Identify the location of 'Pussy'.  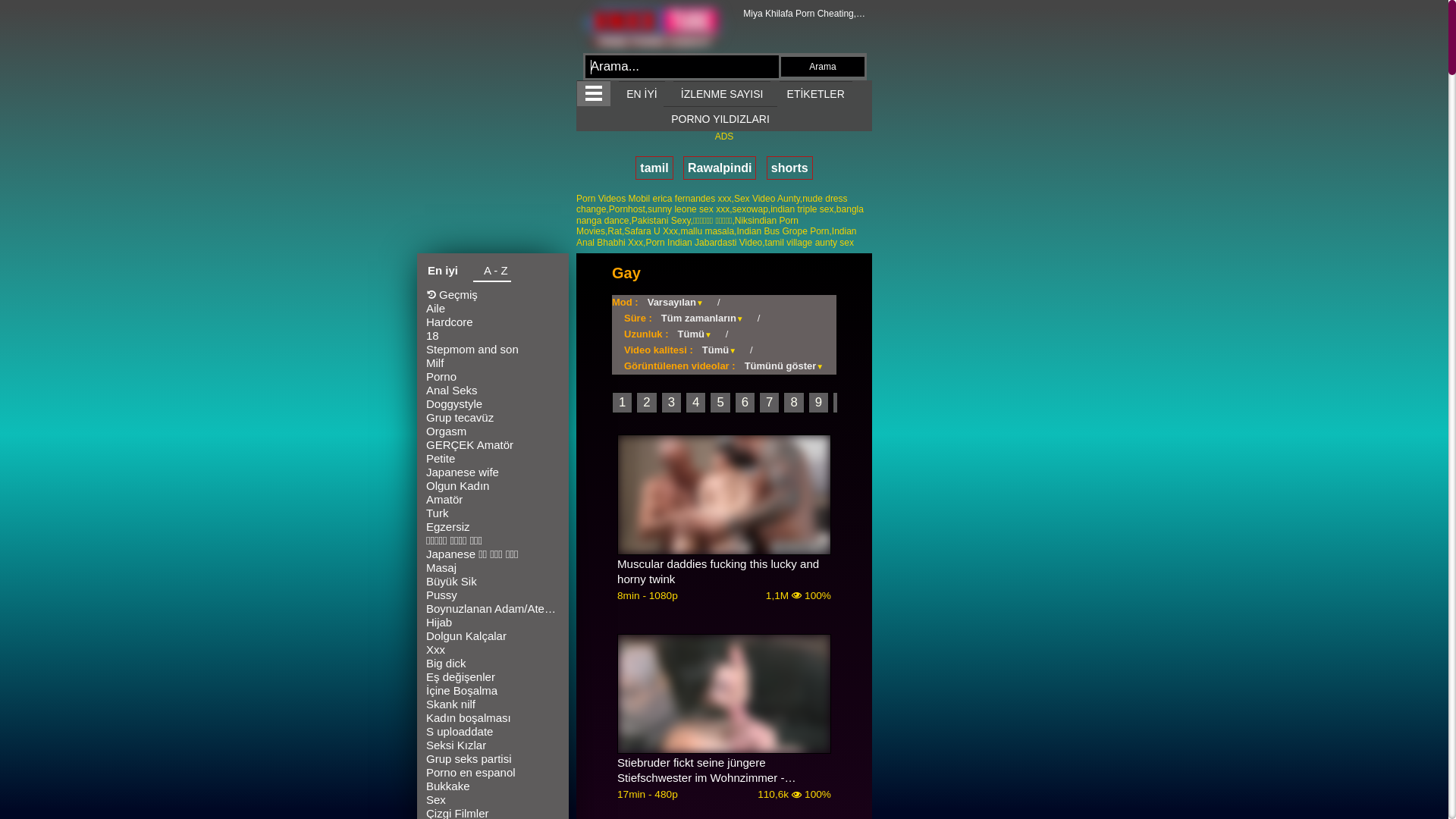
(492, 595).